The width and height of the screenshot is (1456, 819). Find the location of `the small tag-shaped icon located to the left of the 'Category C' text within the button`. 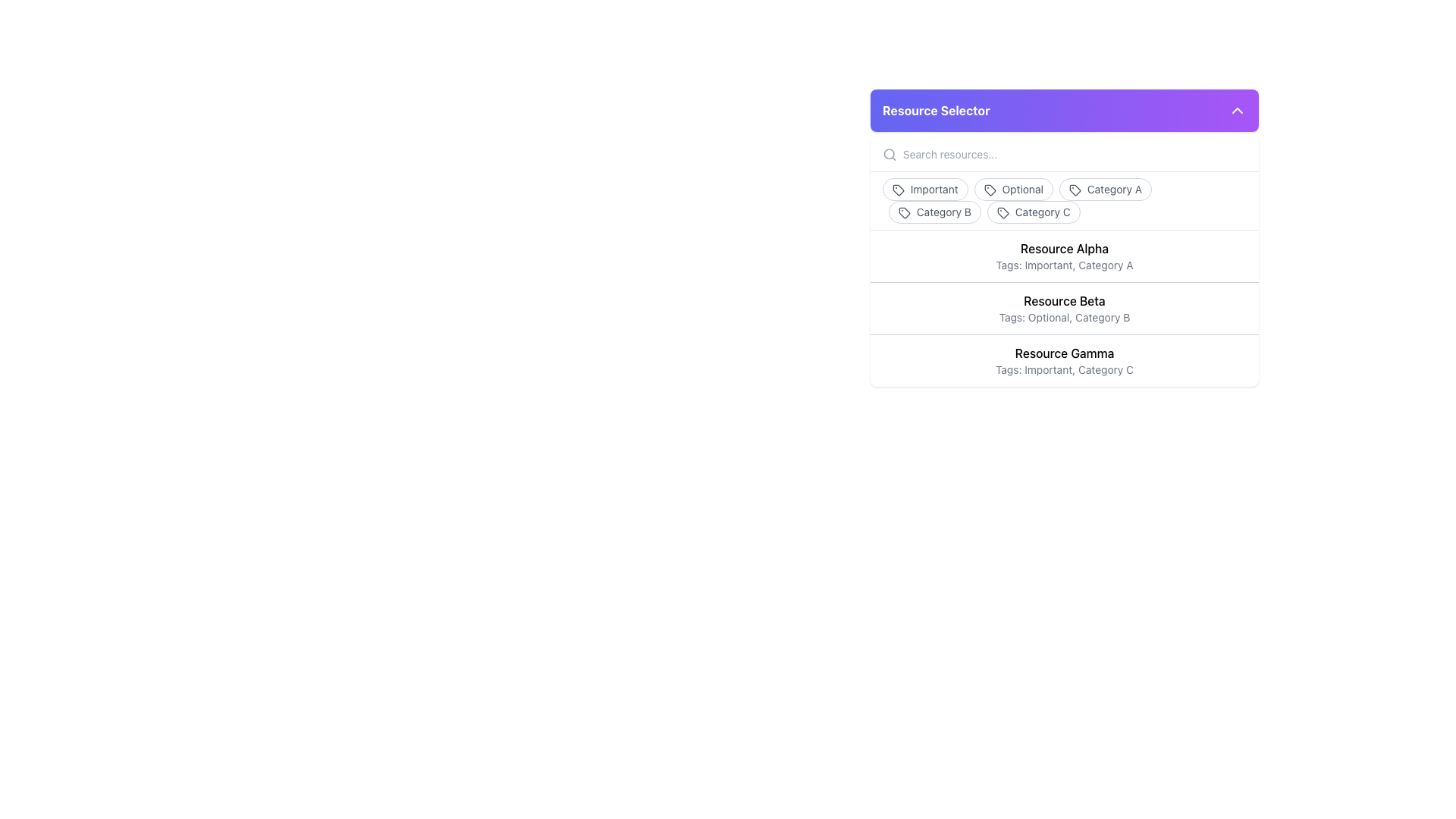

the small tag-shaped icon located to the left of the 'Category C' text within the button is located at coordinates (1003, 213).